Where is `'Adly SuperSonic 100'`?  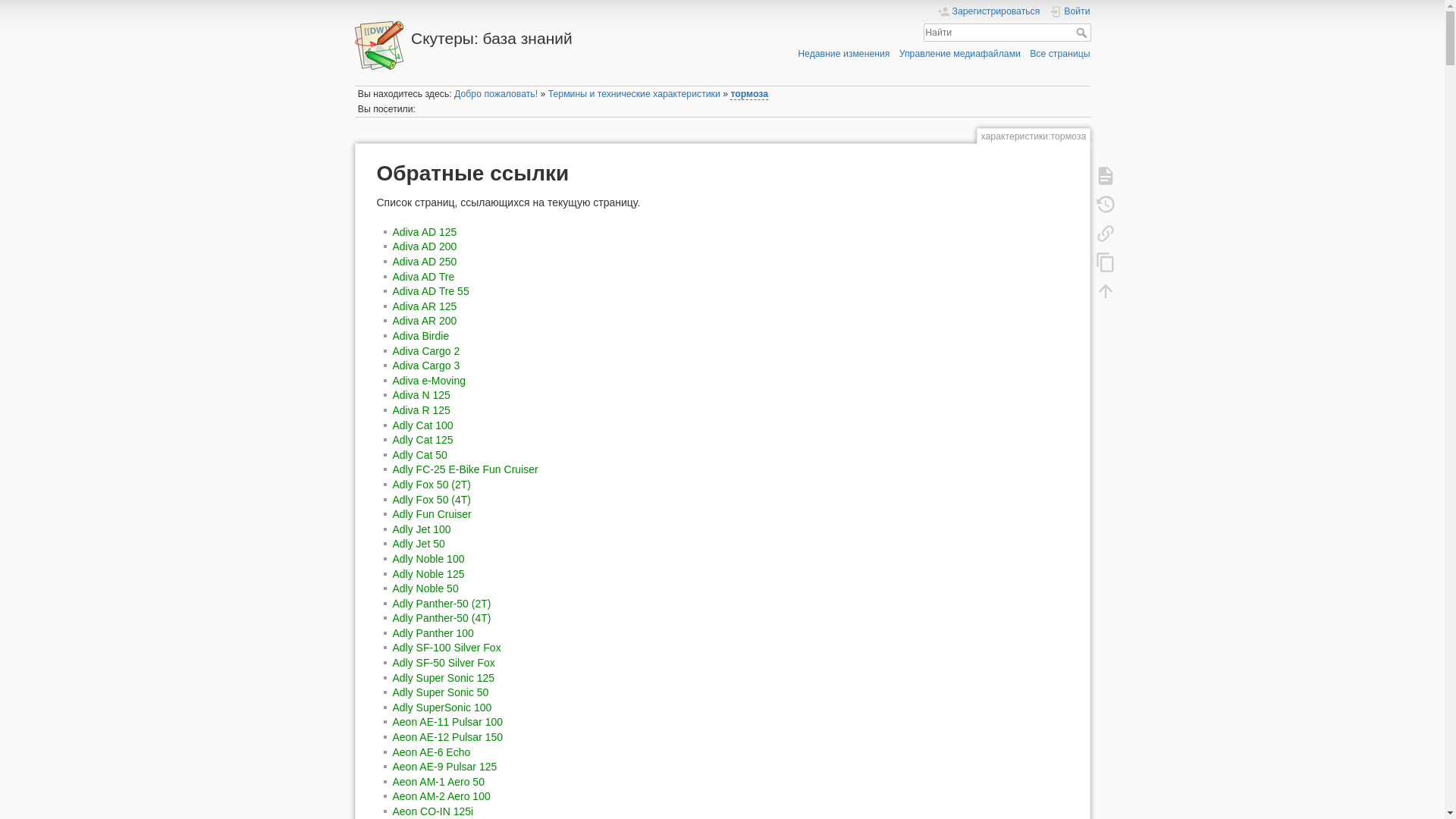 'Adly SuperSonic 100' is located at coordinates (441, 708).